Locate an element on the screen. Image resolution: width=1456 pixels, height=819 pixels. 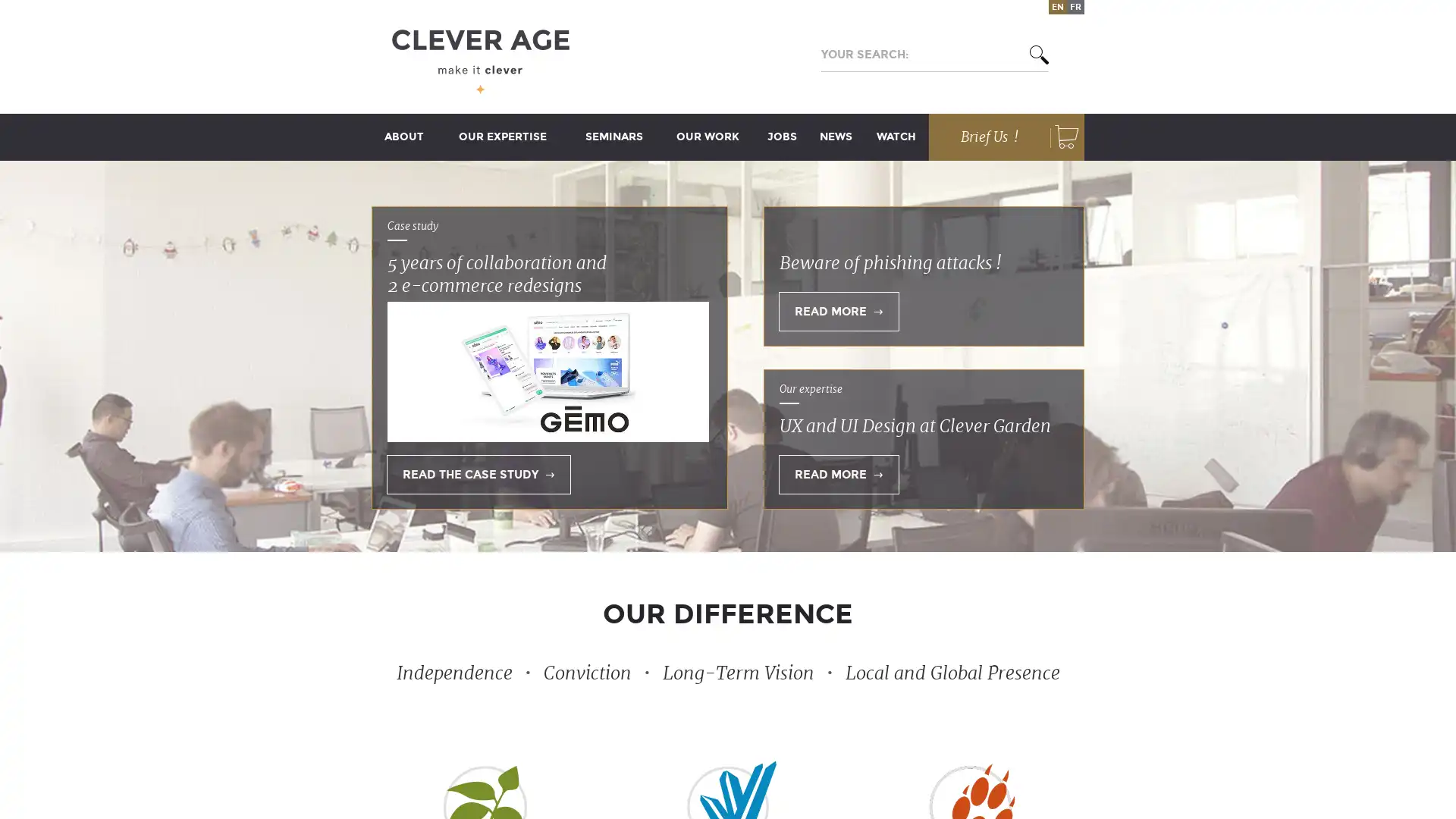
Cookies Settings is located at coordinates (560, 441).